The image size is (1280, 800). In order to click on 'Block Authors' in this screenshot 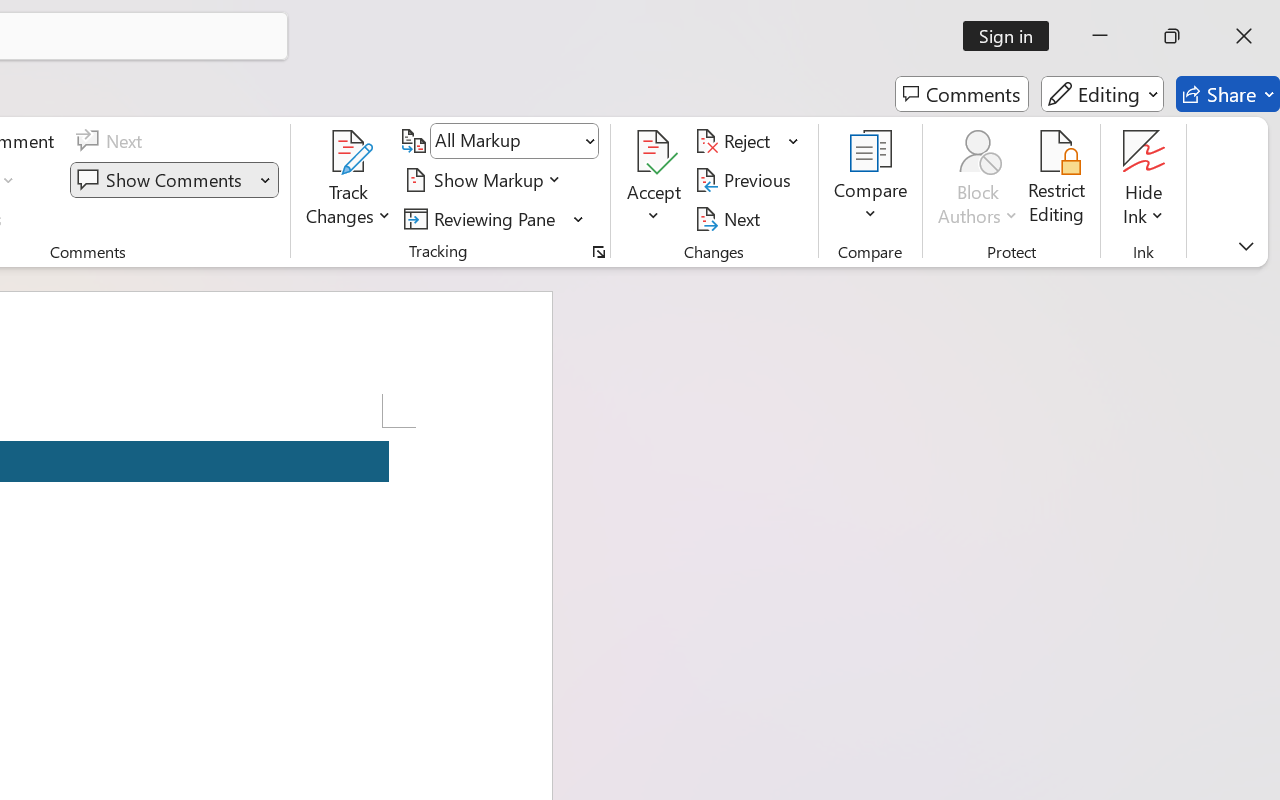, I will do `click(977, 151)`.